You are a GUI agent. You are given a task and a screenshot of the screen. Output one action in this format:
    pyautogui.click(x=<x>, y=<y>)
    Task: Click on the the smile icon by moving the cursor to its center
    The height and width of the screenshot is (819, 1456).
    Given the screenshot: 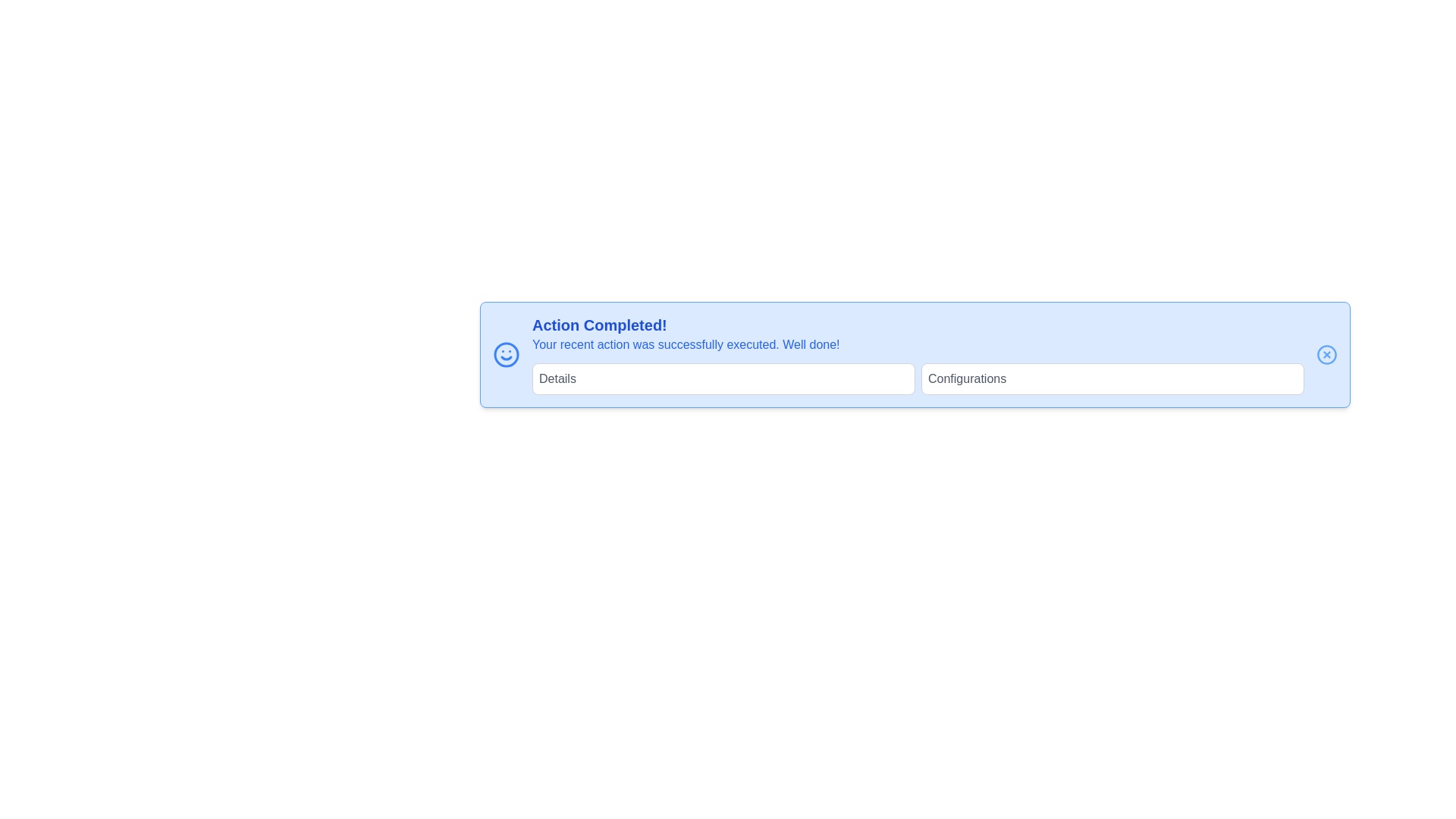 What is the action you would take?
    pyautogui.click(x=506, y=354)
    